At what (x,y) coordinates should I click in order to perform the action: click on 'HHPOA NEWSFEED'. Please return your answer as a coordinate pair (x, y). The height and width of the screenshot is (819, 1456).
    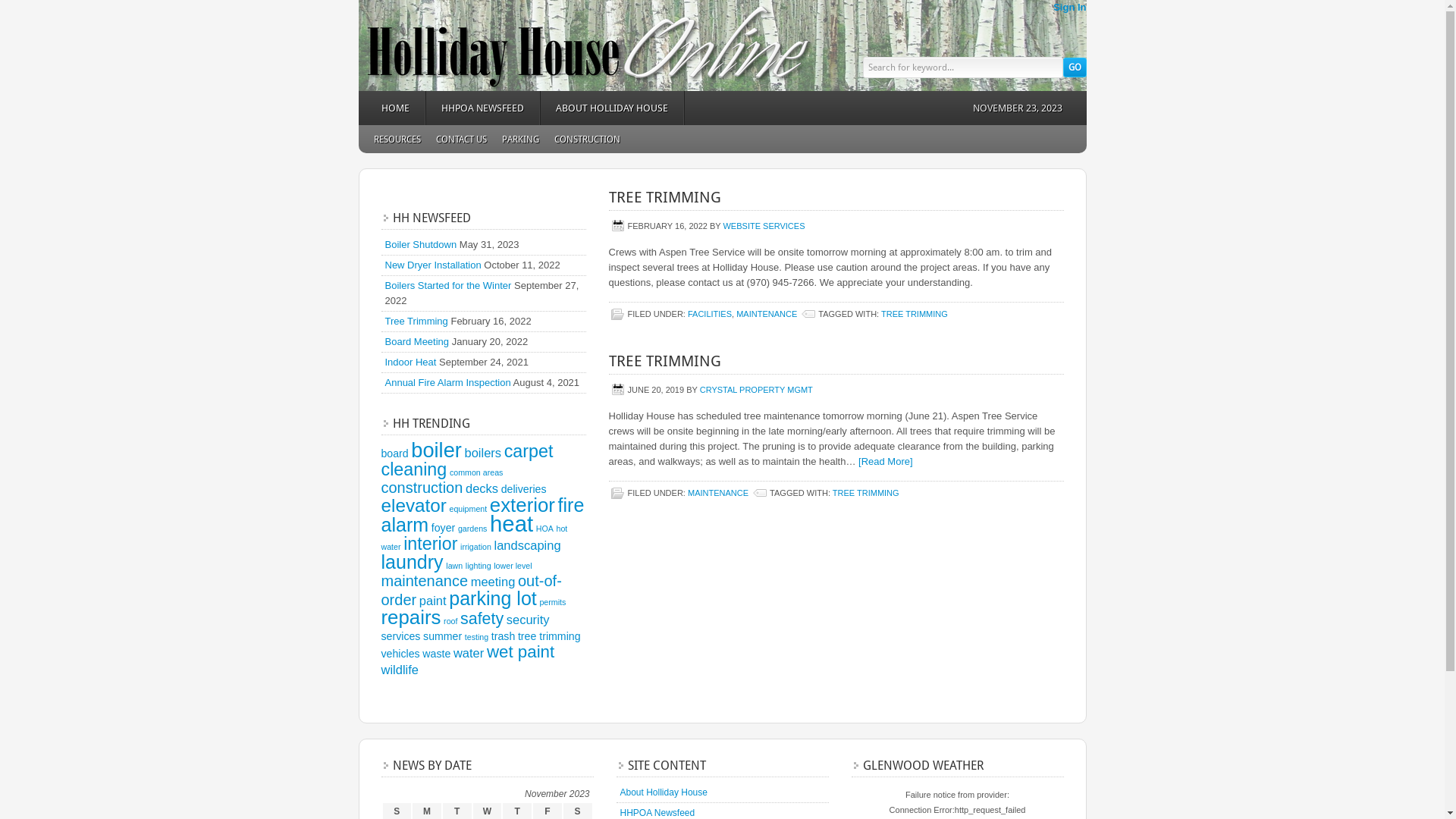
    Looking at the image, I should click on (425, 107).